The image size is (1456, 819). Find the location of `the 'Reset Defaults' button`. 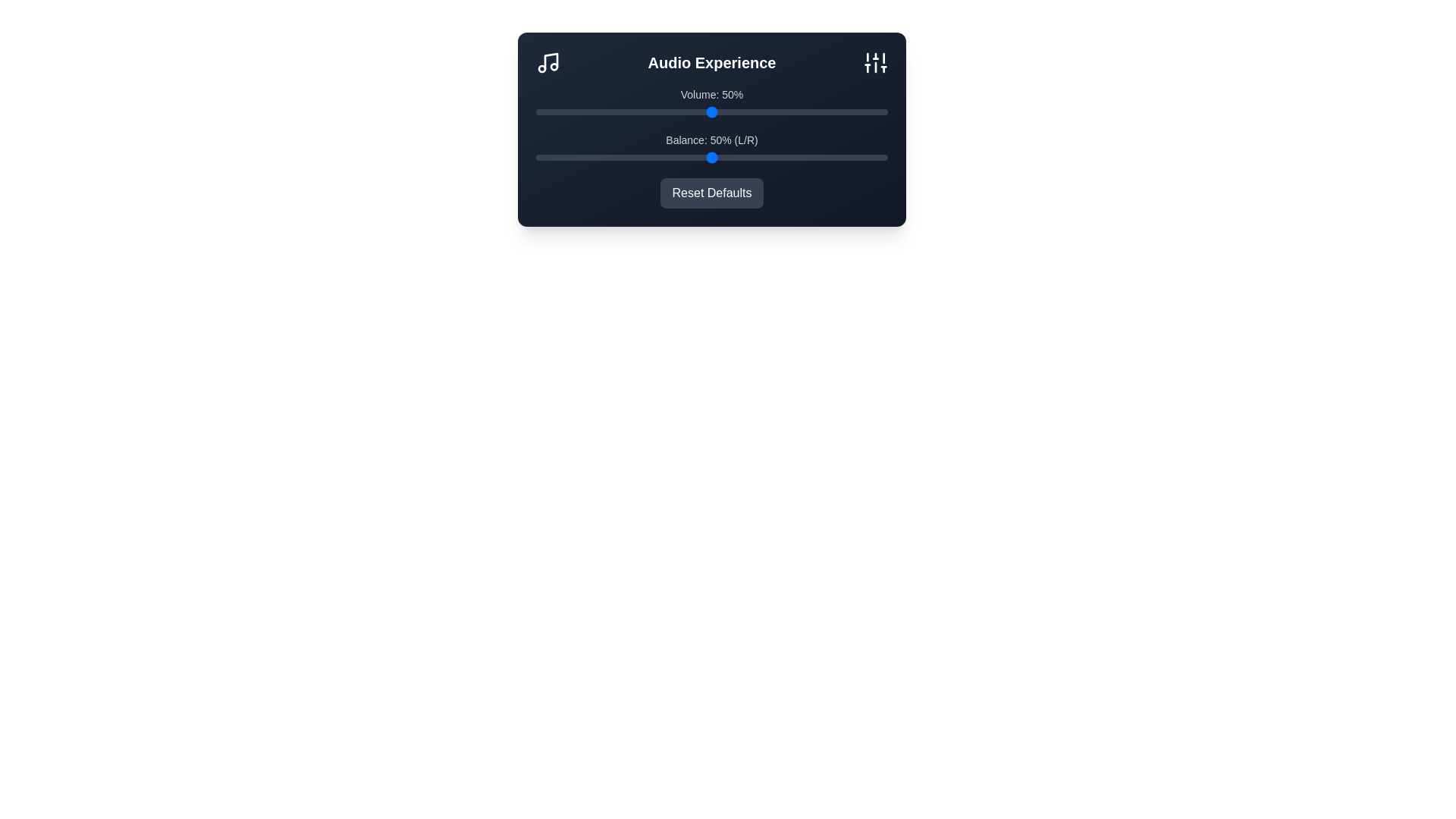

the 'Reset Defaults' button is located at coordinates (711, 192).